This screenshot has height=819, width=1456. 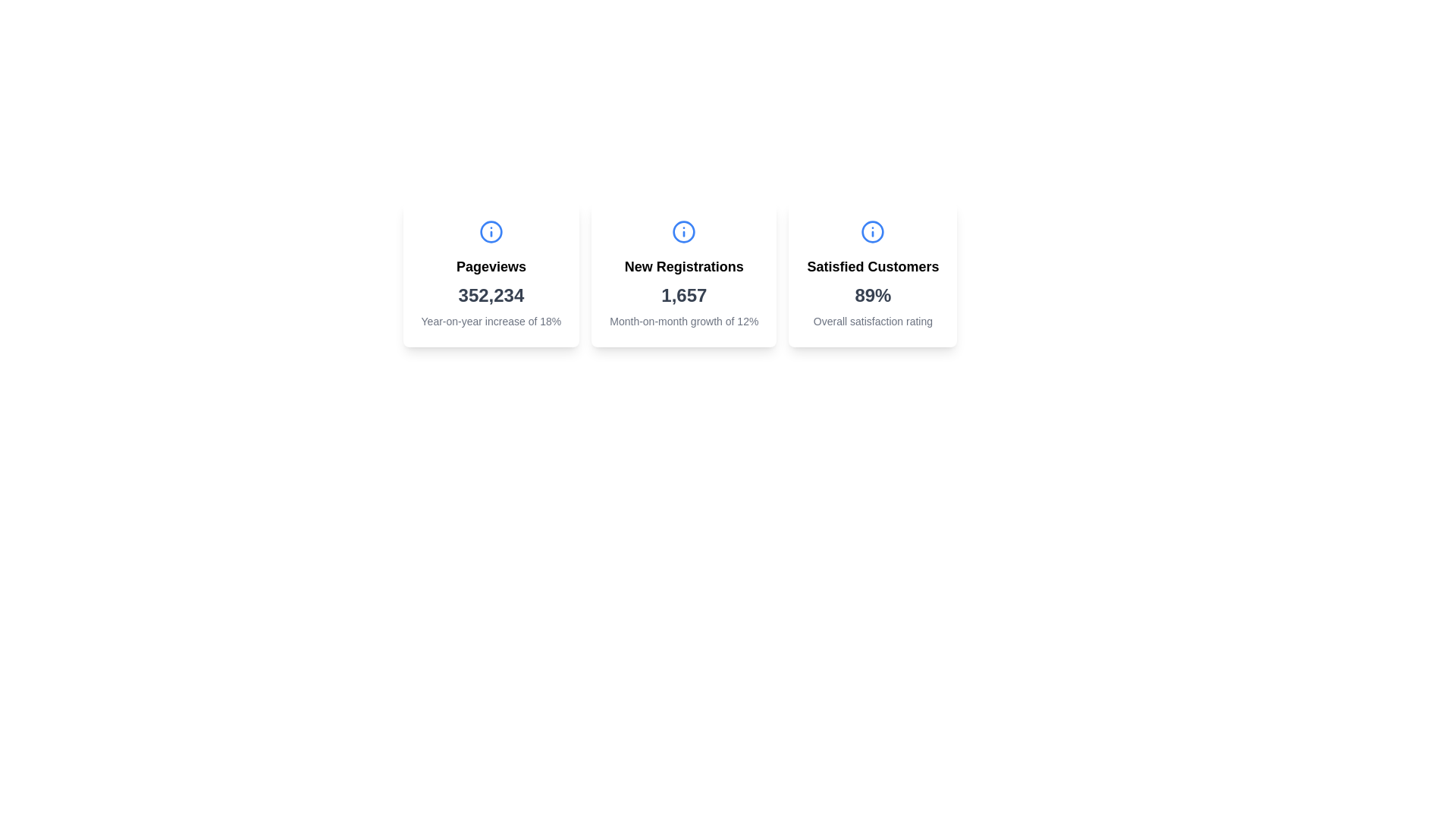 I want to click on text label displaying 'Pageviews' which is centrally located above numerical data and styled in bold font, so click(x=491, y=265).